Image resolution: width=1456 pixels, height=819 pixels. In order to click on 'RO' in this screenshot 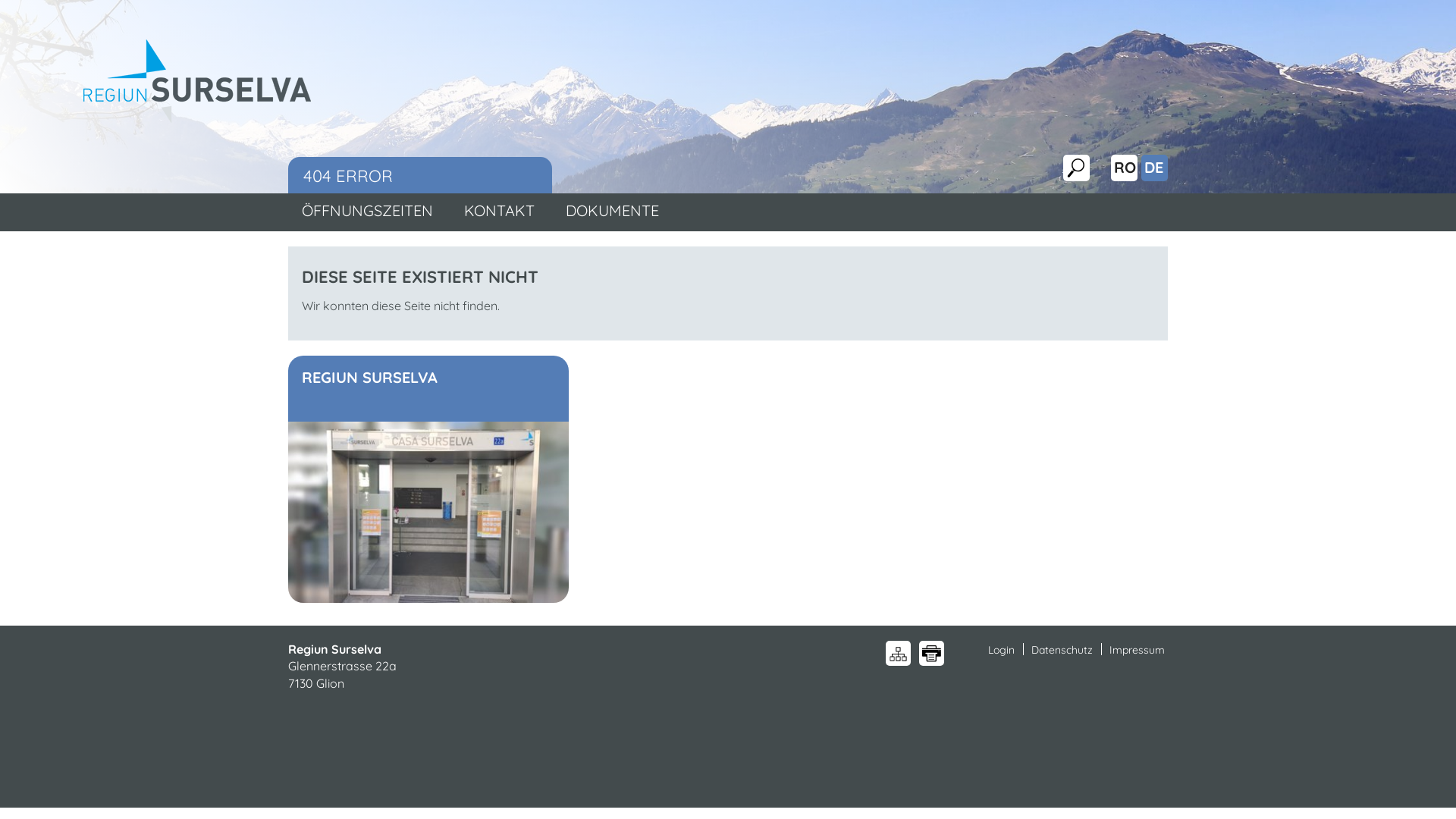, I will do `click(1125, 167)`.